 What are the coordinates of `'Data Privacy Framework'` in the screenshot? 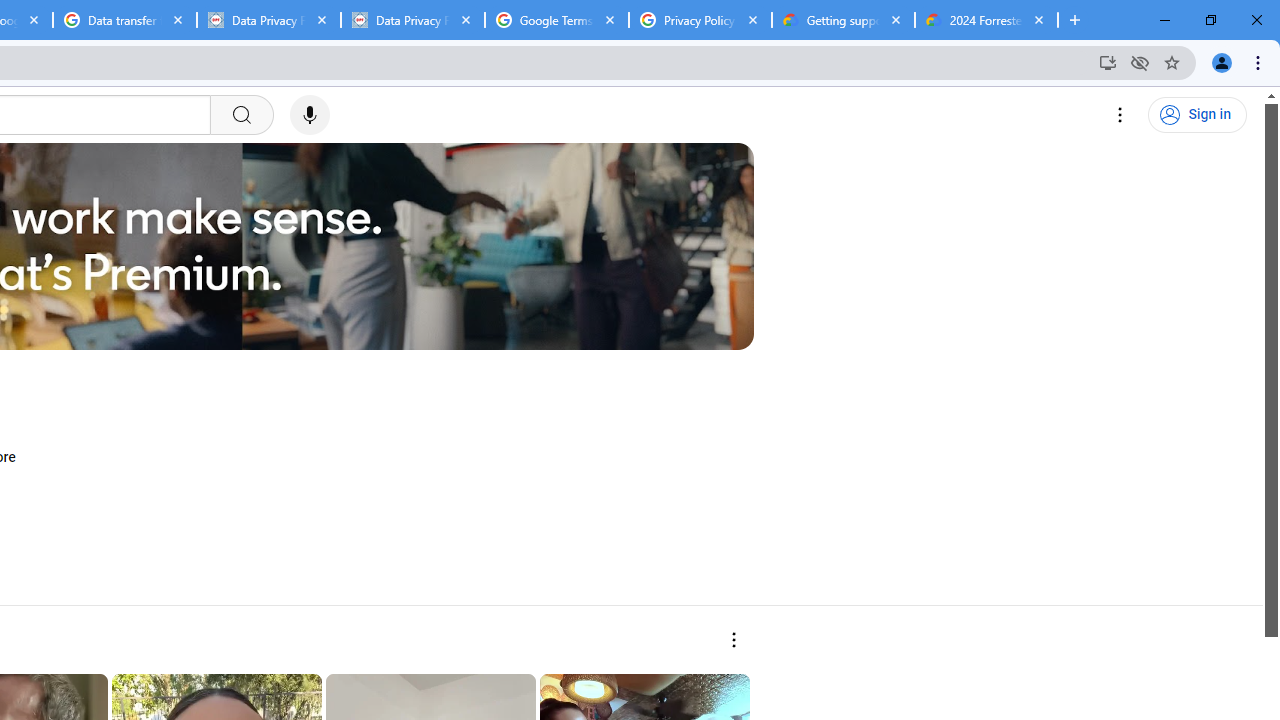 It's located at (411, 20).